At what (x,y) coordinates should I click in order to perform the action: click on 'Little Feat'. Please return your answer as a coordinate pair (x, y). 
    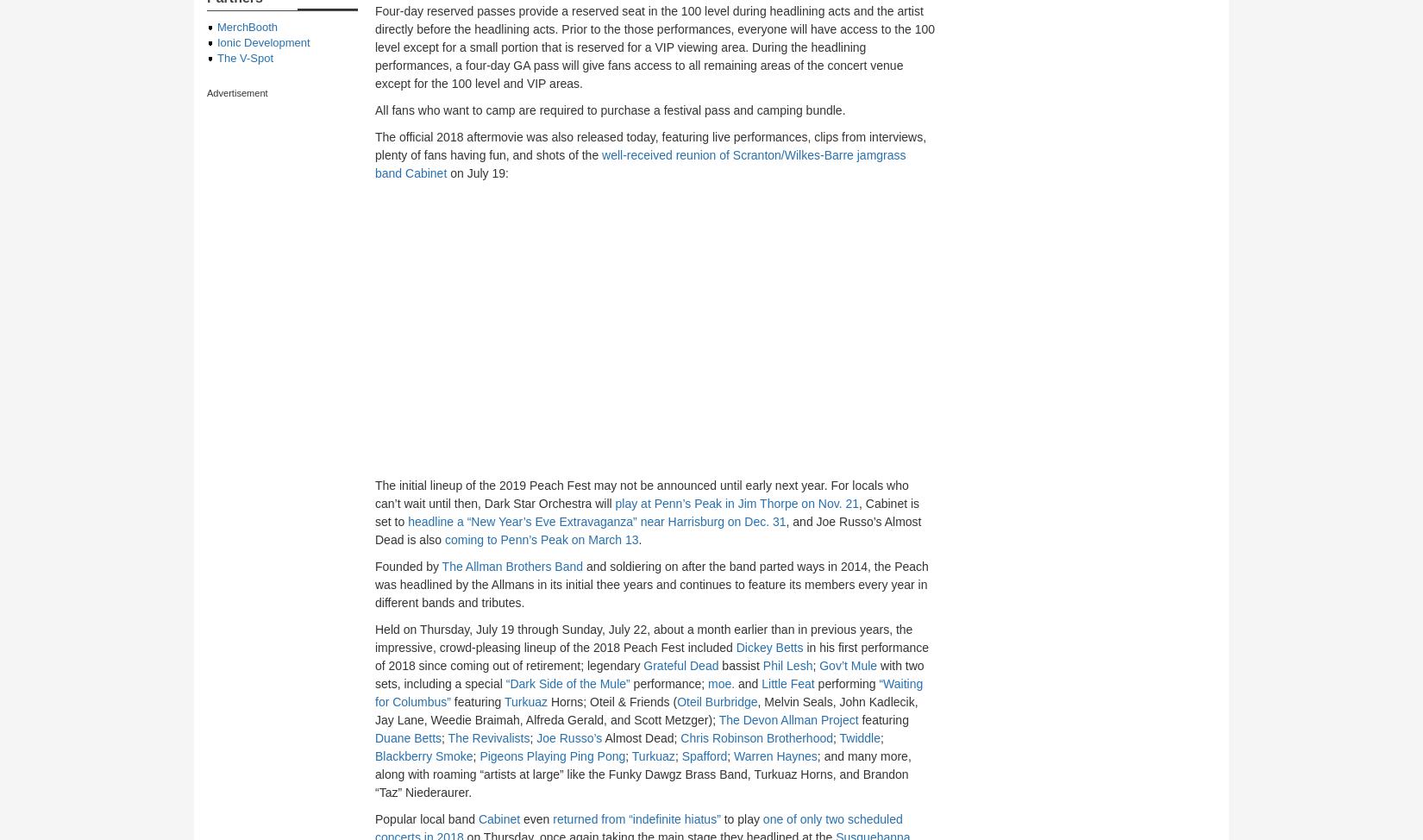
    Looking at the image, I should click on (787, 683).